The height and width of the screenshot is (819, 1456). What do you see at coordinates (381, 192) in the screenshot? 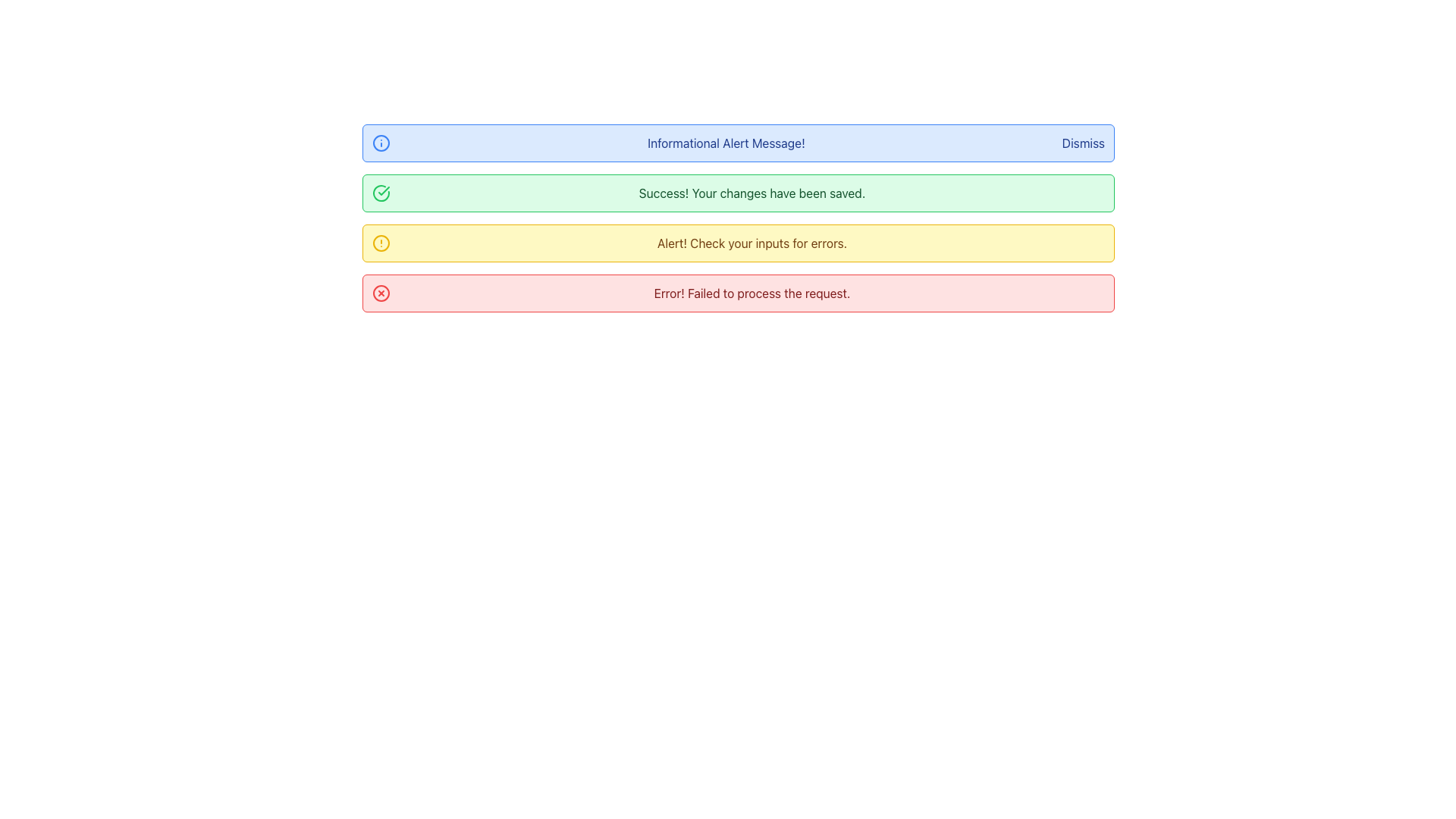
I see `the success icon located at the left end of the green notification box that signifies confirmation, positioned before the text 'Success! Your changes have been saved.'` at bounding box center [381, 192].